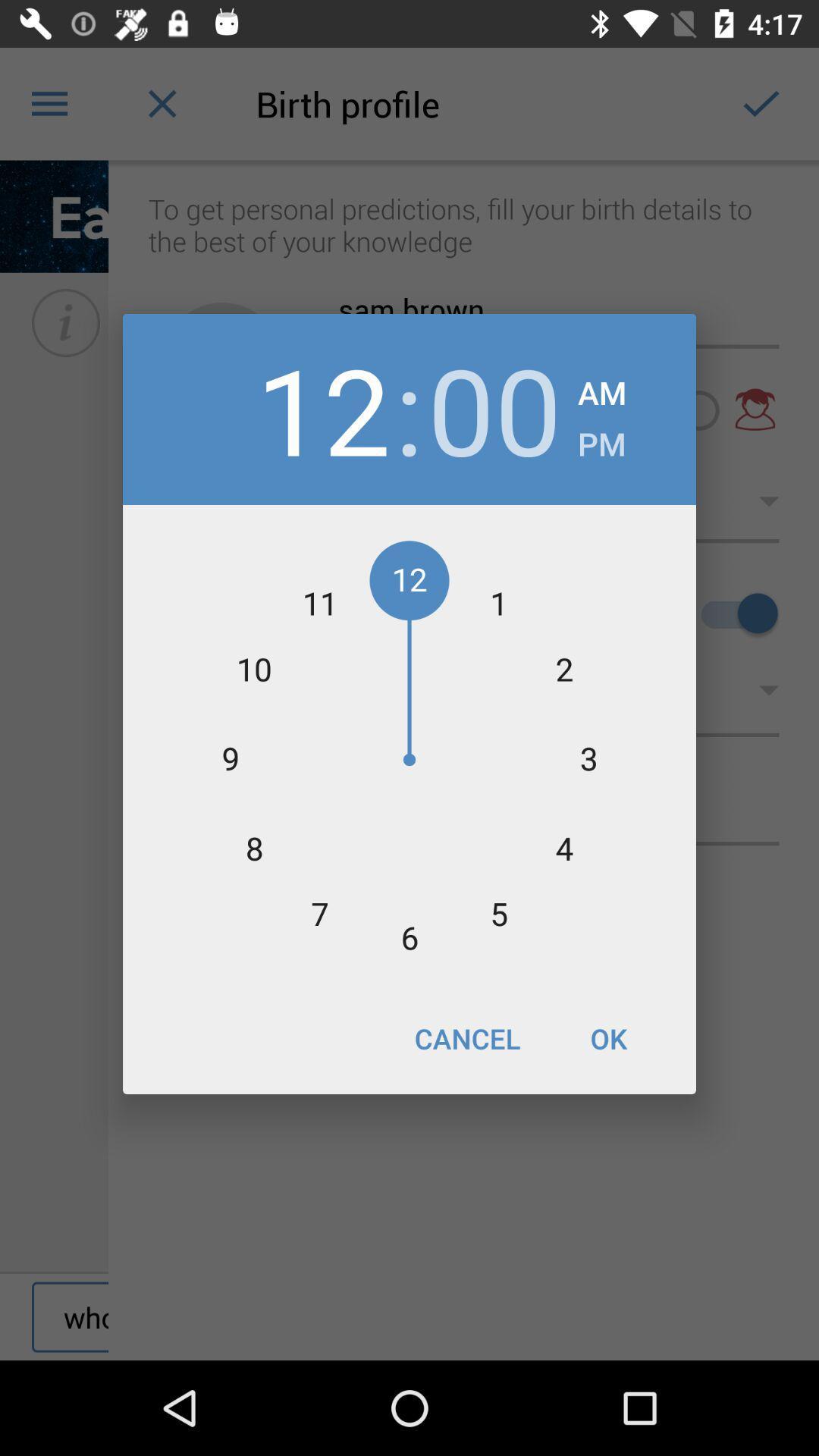 The image size is (819, 1456). I want to click on icon to the right of the cancel, so click(607, 1037).